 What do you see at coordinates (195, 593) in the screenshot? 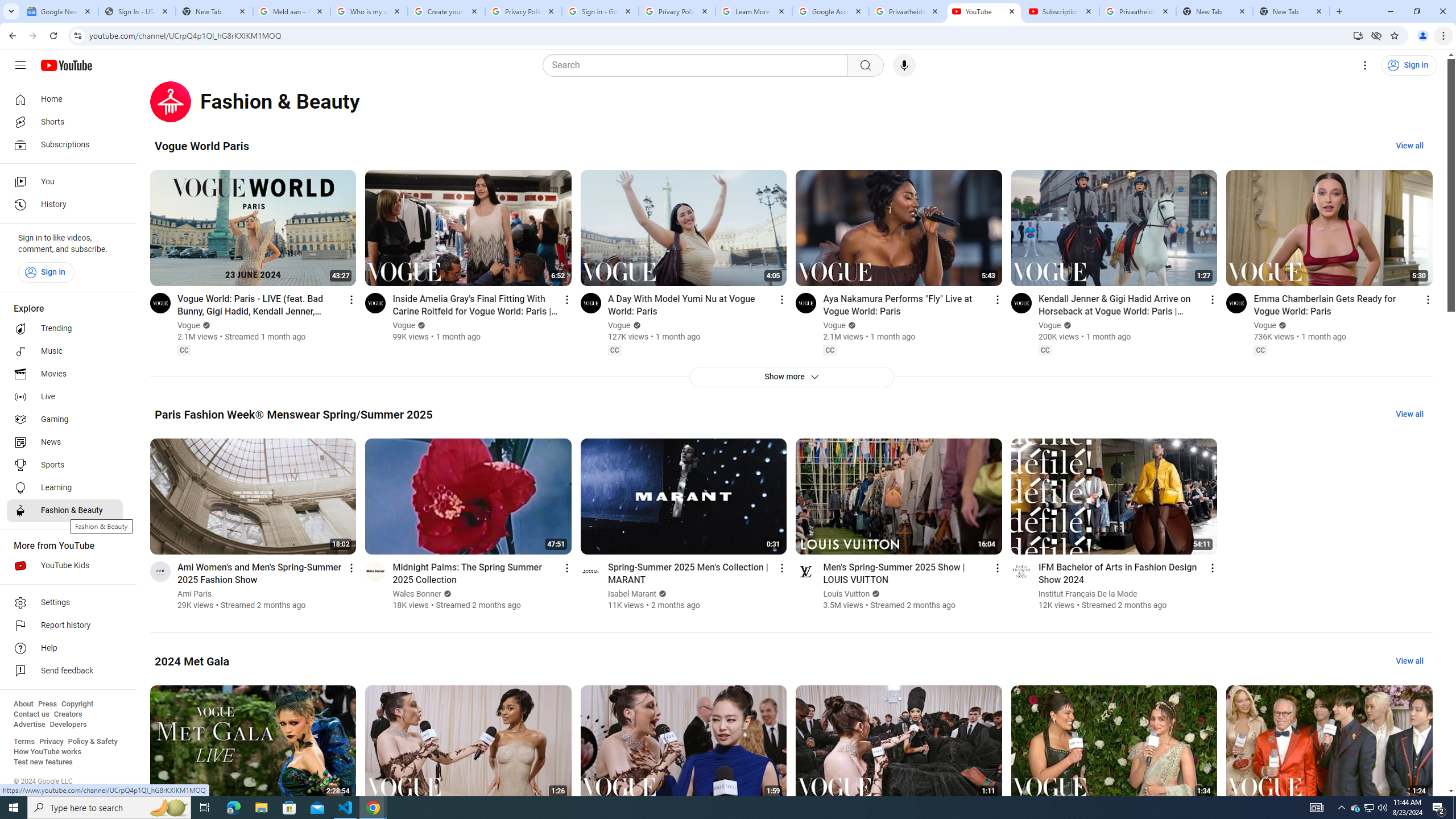
I see `'Ami Paris'` at bounding box center [195, 593].